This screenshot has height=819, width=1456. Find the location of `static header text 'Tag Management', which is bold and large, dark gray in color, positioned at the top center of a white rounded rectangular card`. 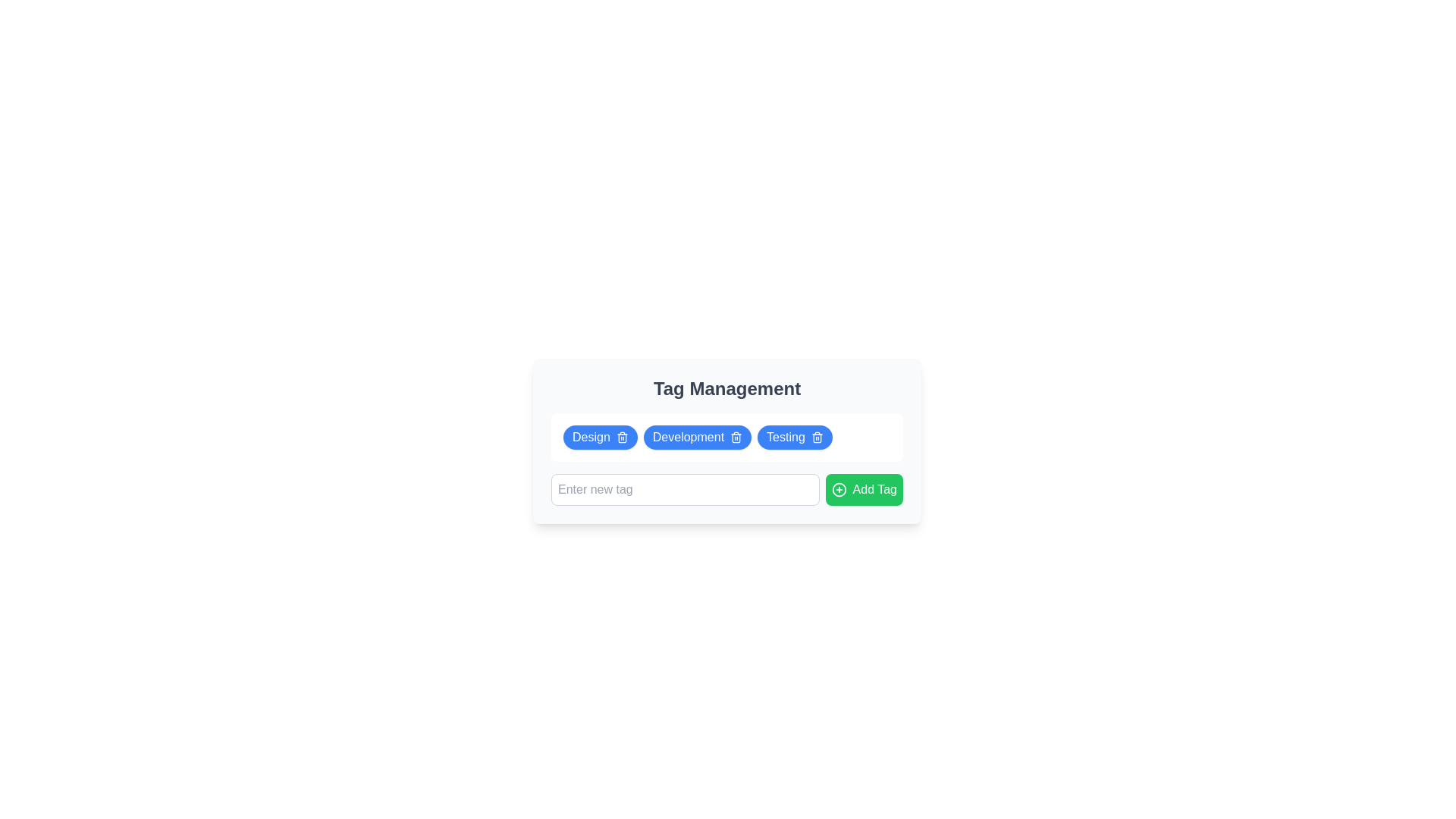

static header text 'Tag Management', which is bold and large, dark gray in color, positioned at the top center of a white rounded rectangular card is located at coordinates (726, 388).